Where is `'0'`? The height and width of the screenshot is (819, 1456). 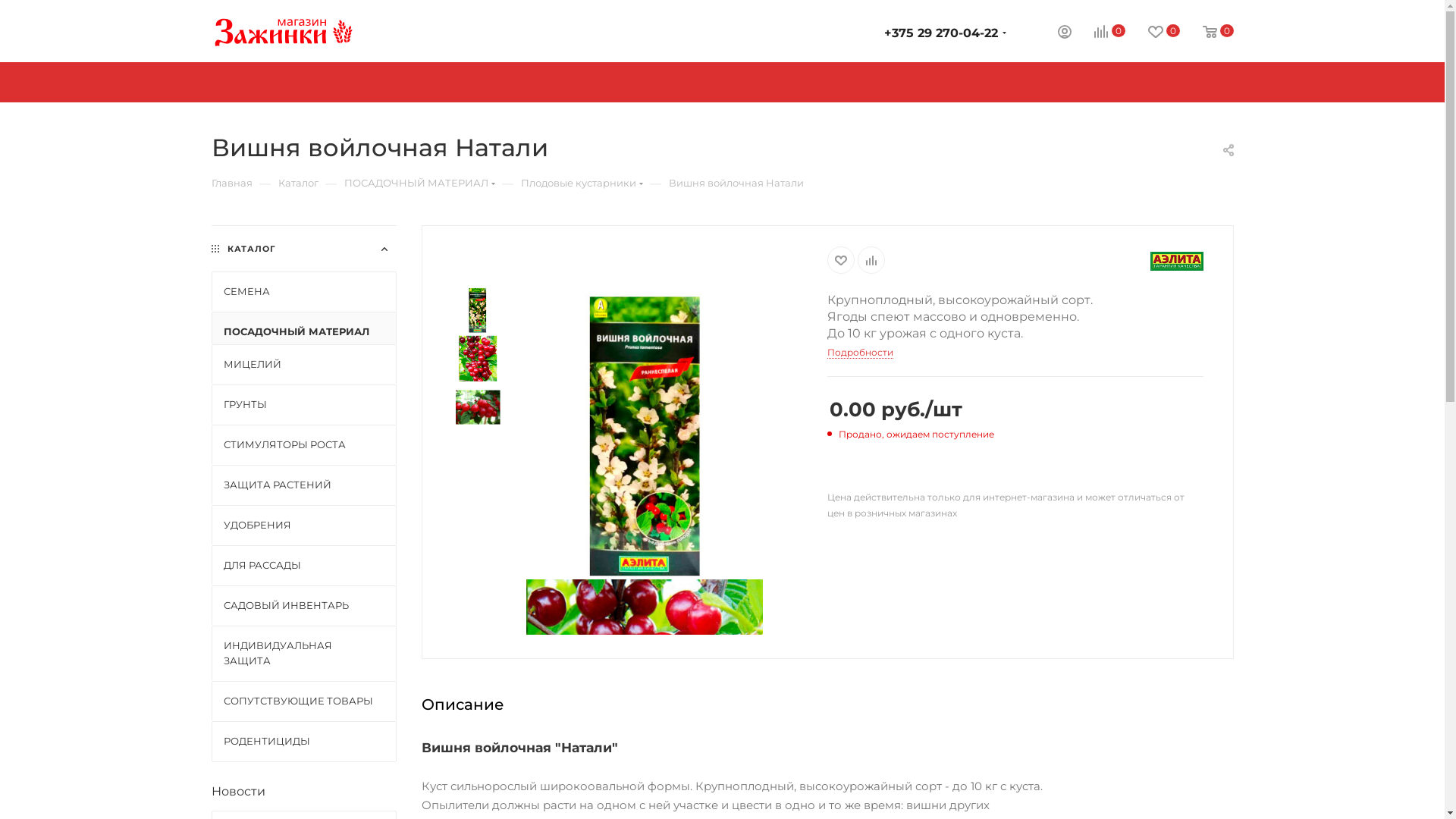 '0' is located at coordinates (1069, 32).